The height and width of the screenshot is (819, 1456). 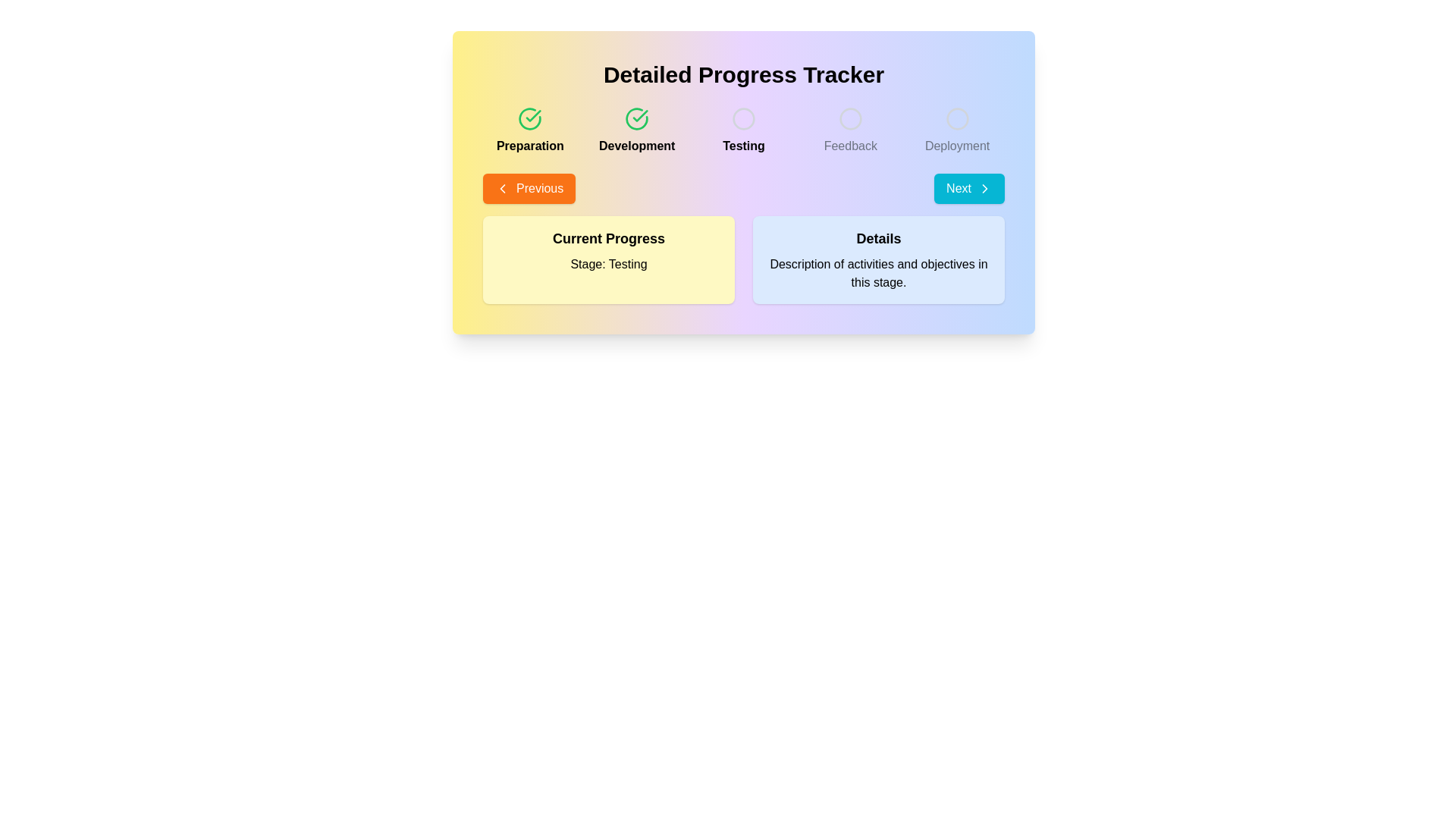 I want to click on the 'Feedback' phase in the progress tracker, which is the fourth item in a series of five steps, located between 'Testing' and 'Deployment', so click(x=850, y=130).